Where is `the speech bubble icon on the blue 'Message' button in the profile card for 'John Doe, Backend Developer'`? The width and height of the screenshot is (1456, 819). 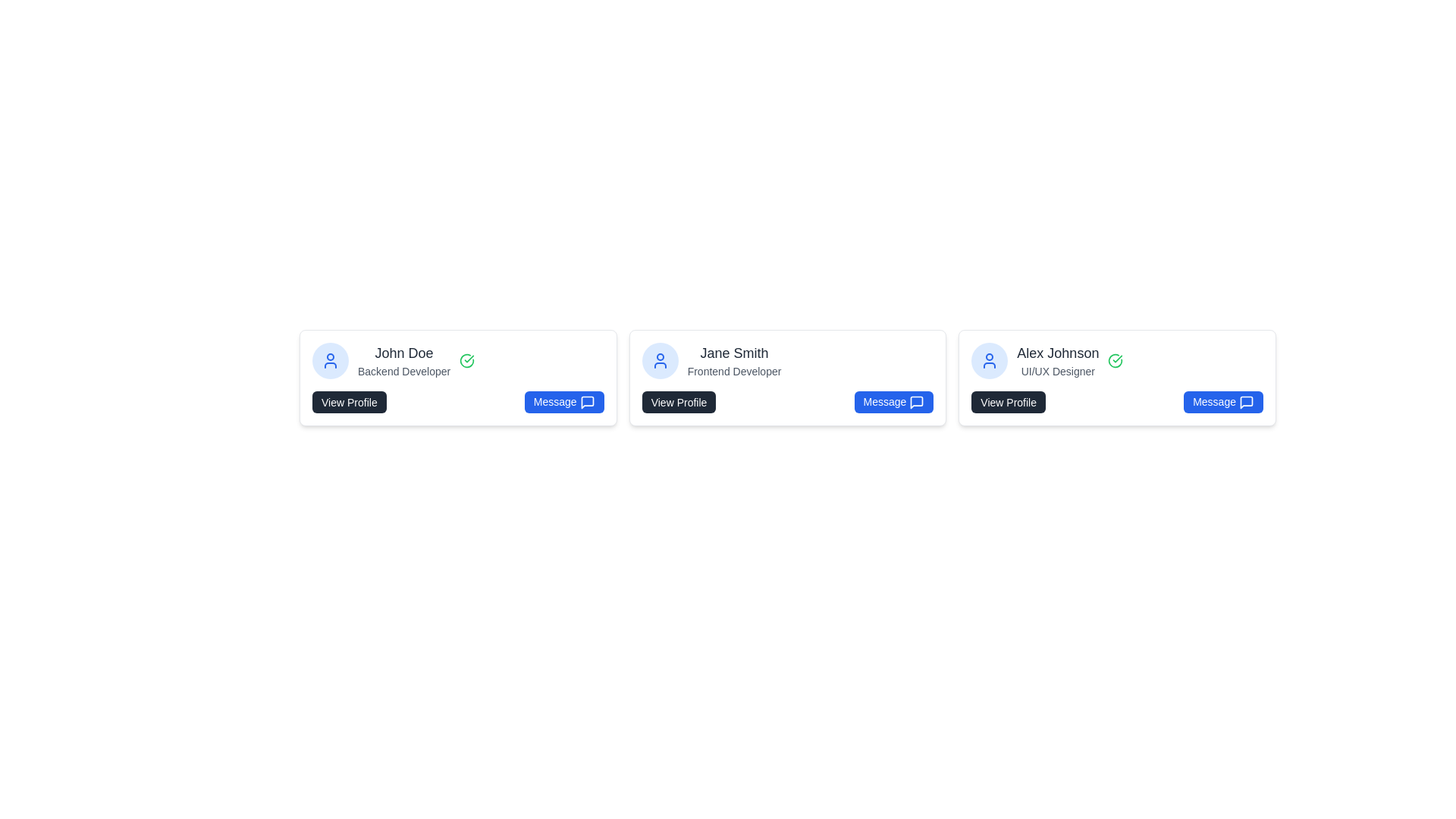
the speech bubble icon on the blue 'Message' button in the profile card for 'John Doe, Backend Developer' is located at coordinates (586, 402).